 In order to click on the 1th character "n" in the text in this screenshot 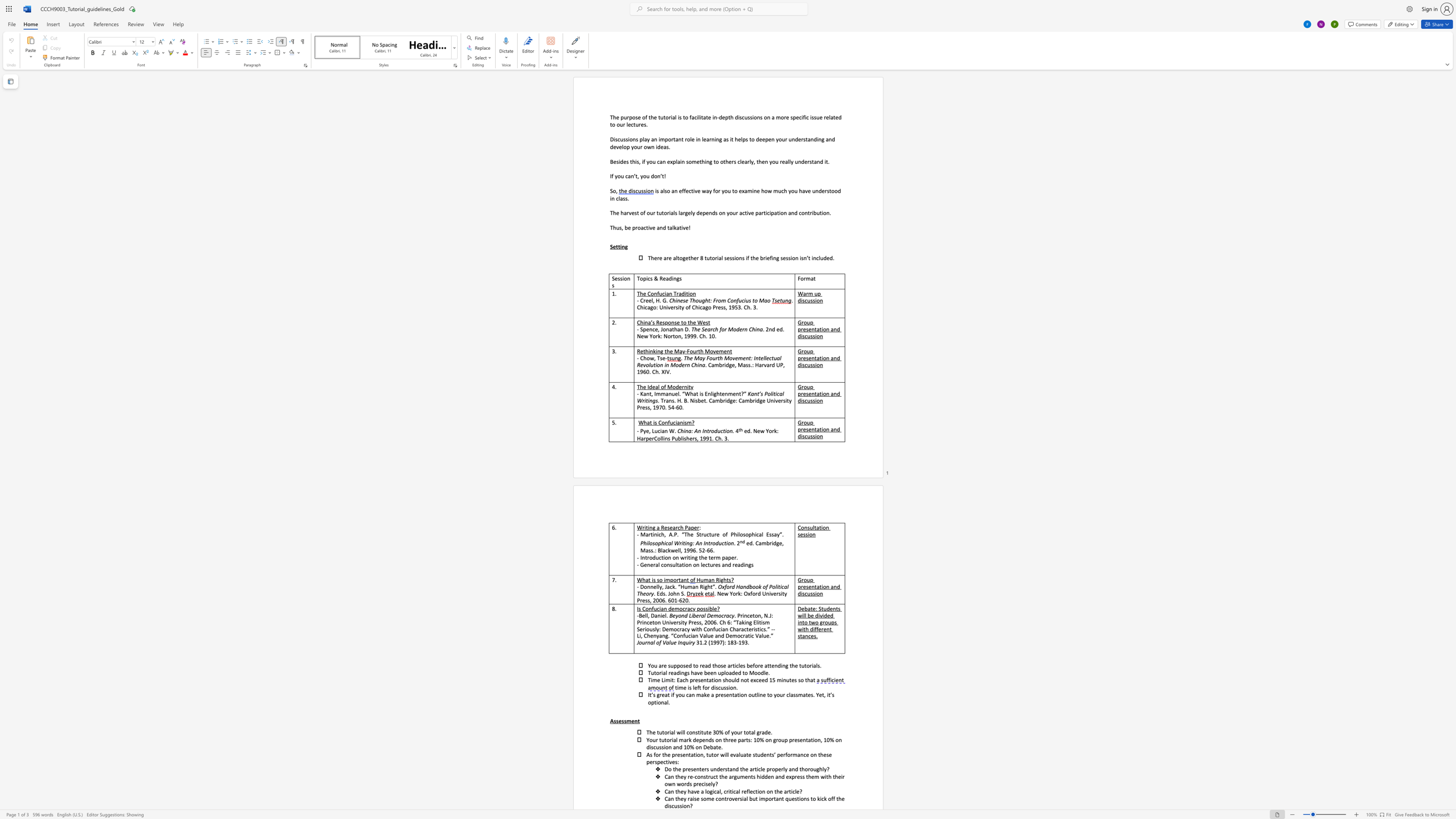, I will do `click(661, 227)`.